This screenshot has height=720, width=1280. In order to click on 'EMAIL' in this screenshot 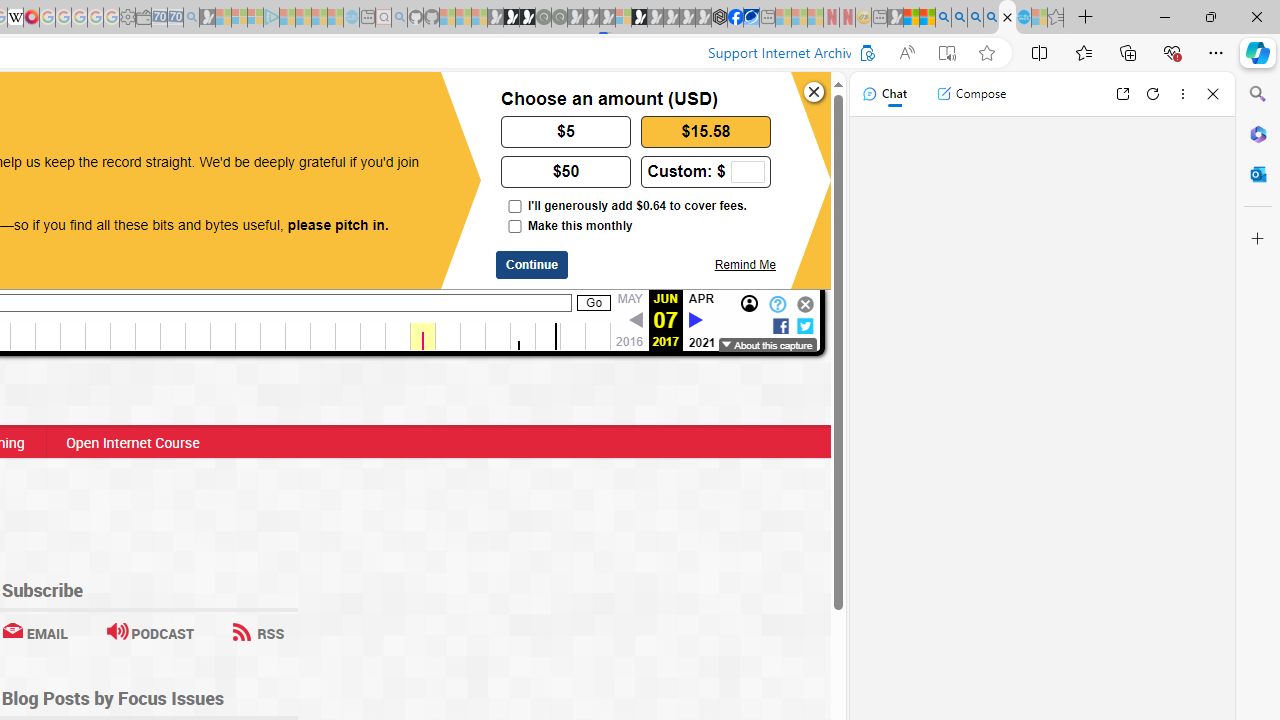, I will do `click(34, 633)`.